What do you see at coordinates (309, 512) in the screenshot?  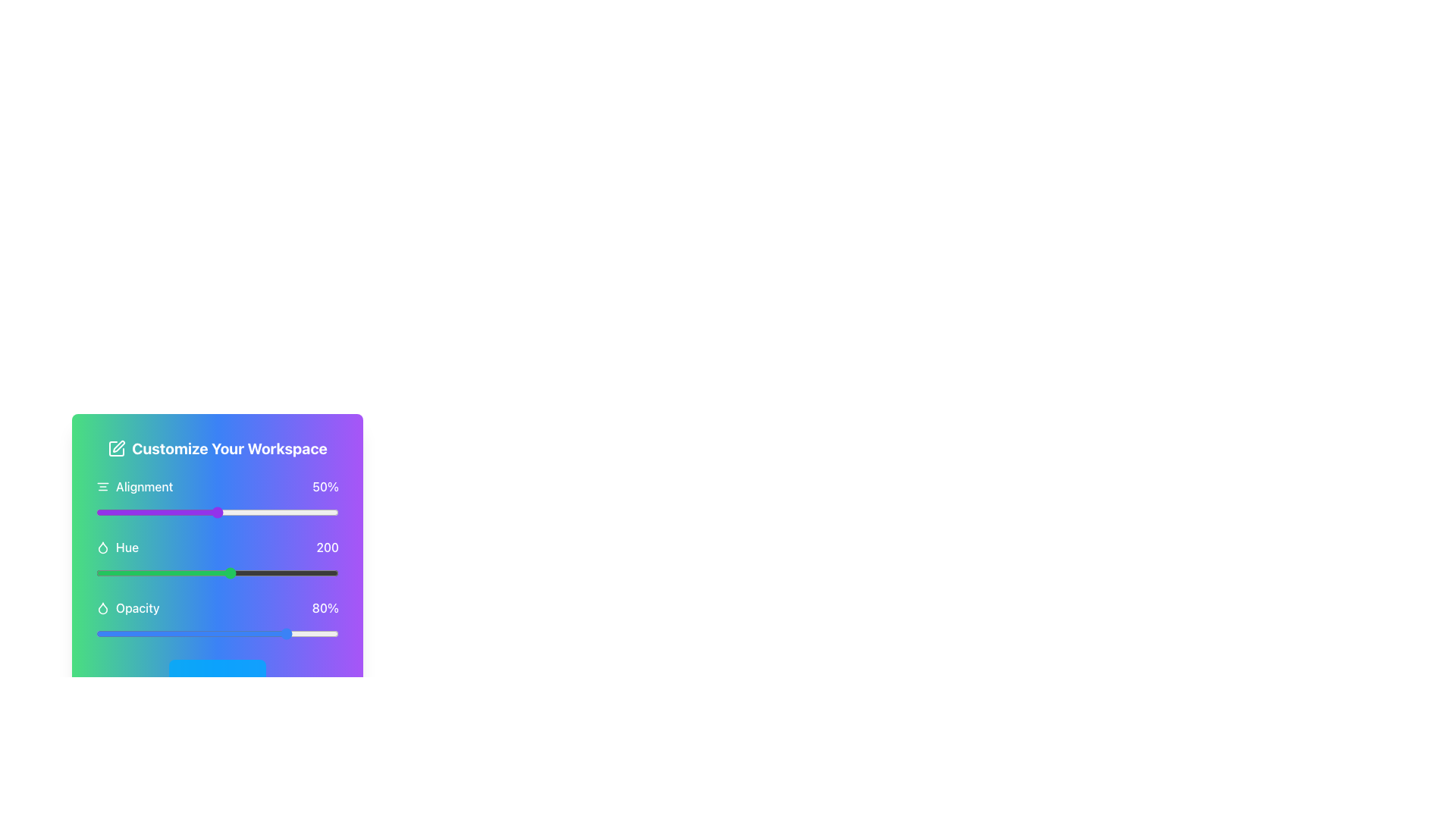 I see `the alignment percentage` at bounding box center [309, 512].